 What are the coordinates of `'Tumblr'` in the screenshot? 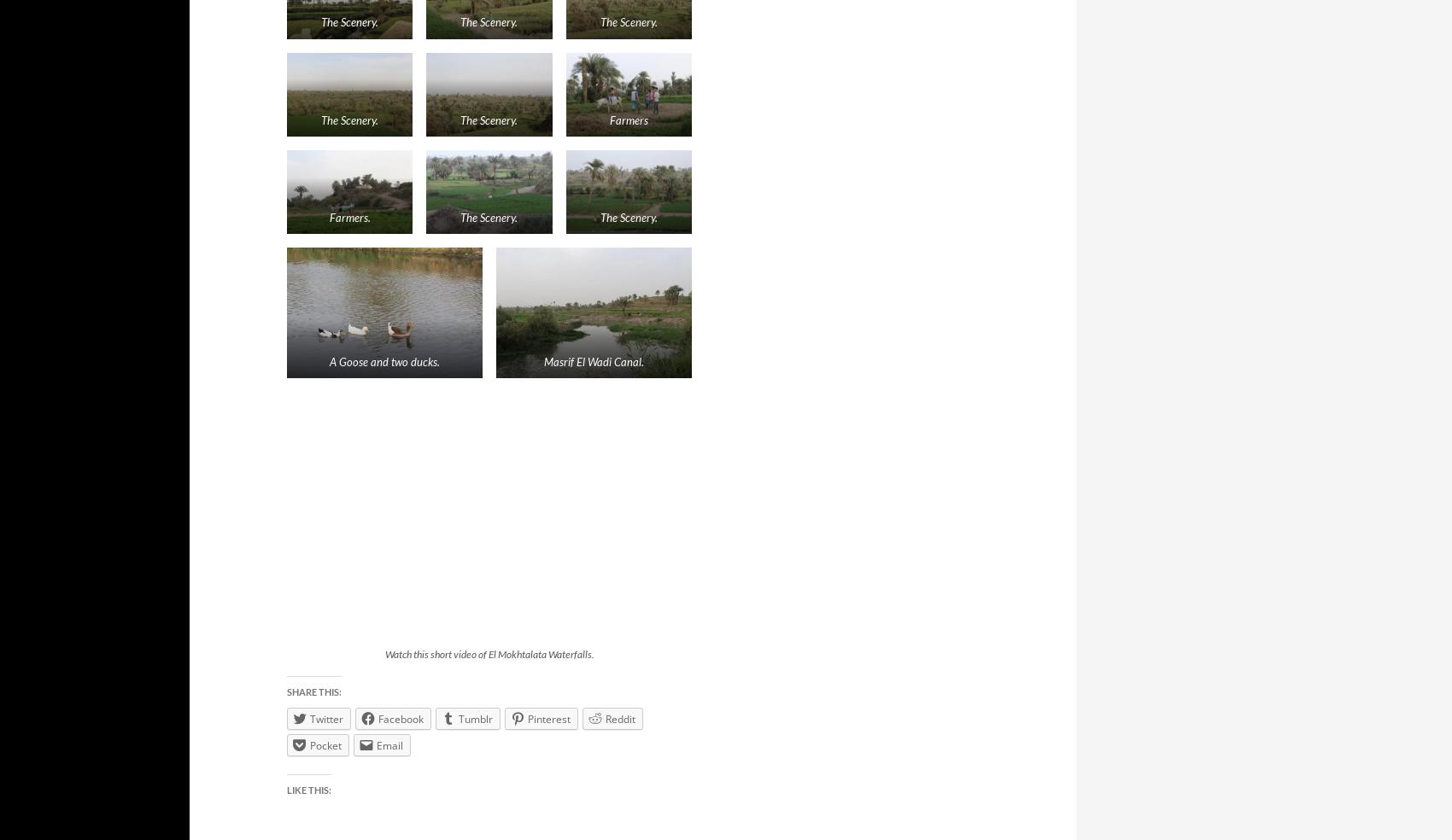 It's located at (474, 717).